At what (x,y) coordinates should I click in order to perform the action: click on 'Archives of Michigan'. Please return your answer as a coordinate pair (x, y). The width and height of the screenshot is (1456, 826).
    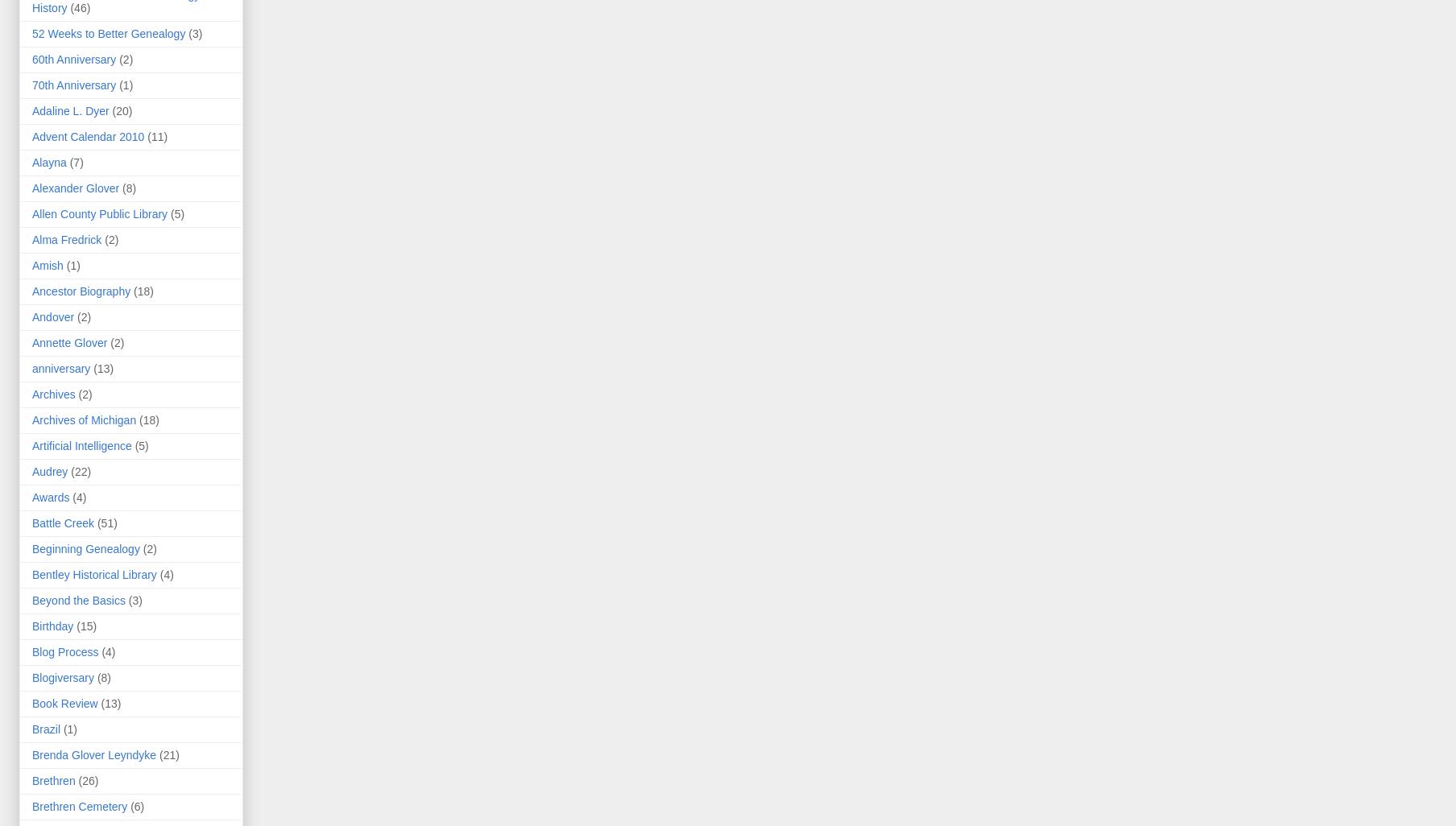
    Looking at the image, I should click on (83, 420).